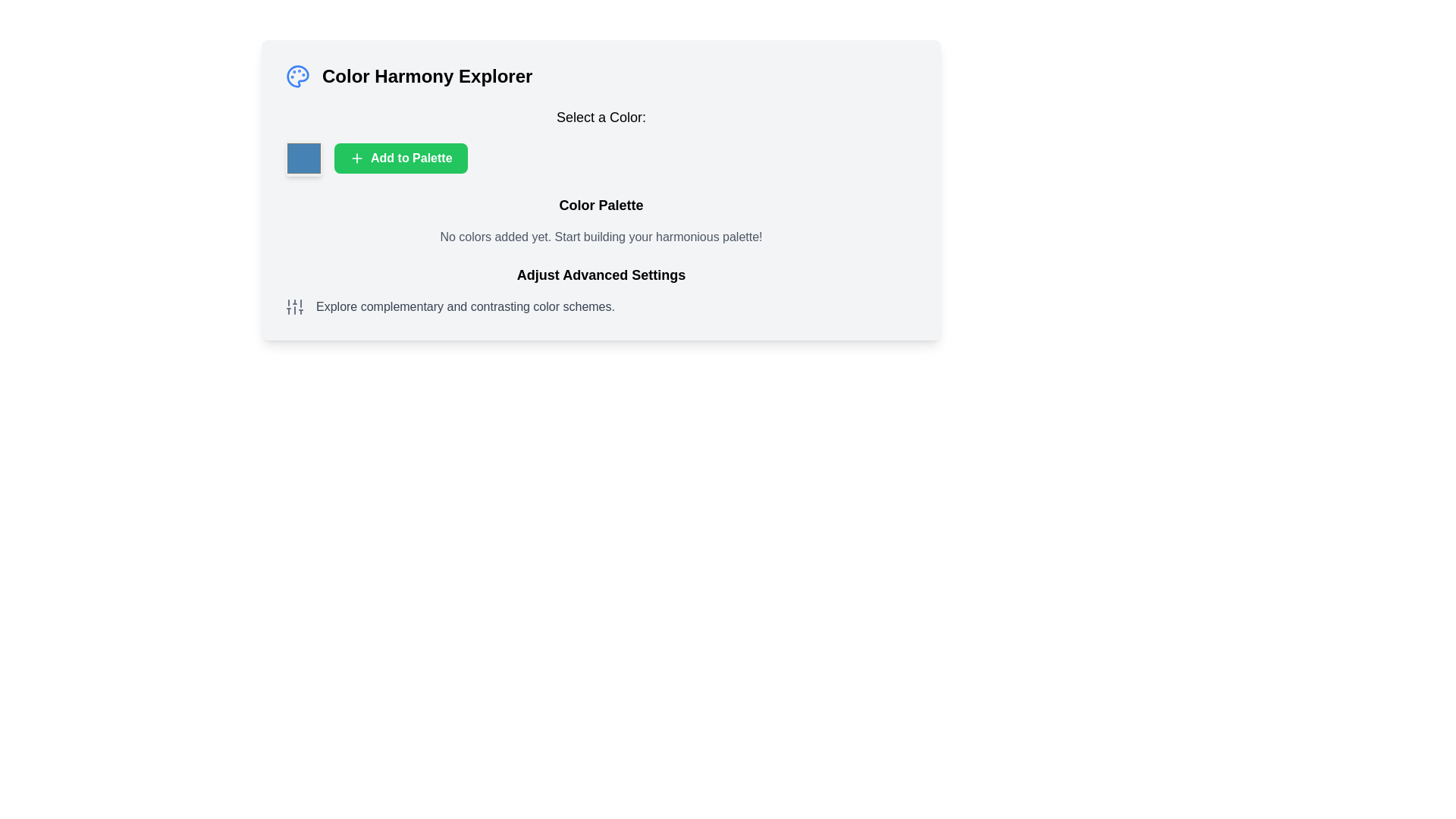 Image resolution: width=1456 pixels, height=819 pixels. What do you see at coordinates (294, 307) in the screenshot?
I see `the icon located in the lower-left corner of the visible area, preceding the text 'Explore complementary and contrasting color schemes.'` at bounding box center [294, 307].